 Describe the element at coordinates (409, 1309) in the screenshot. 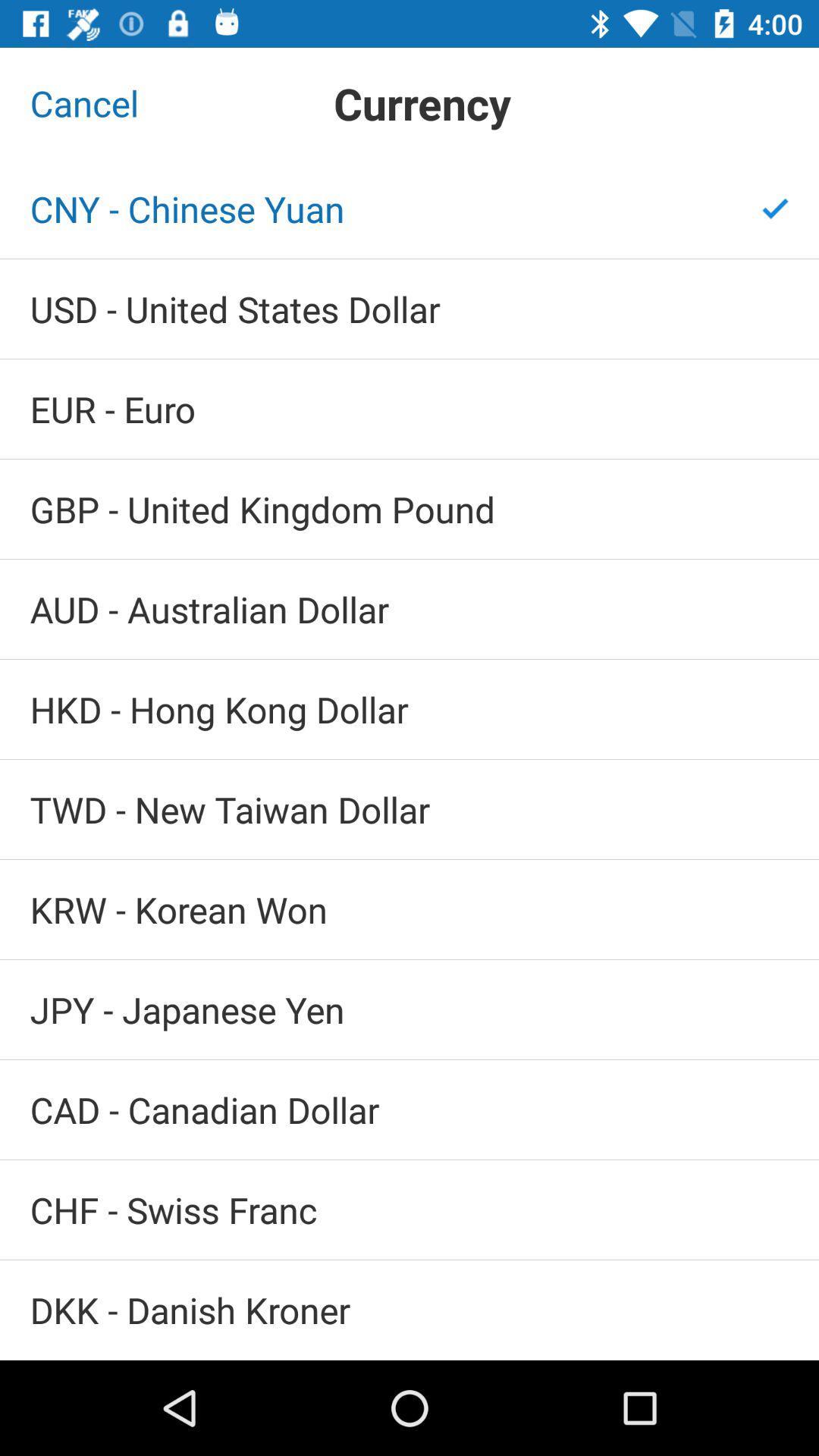

I see `dkk - danish kroner item` at that location.